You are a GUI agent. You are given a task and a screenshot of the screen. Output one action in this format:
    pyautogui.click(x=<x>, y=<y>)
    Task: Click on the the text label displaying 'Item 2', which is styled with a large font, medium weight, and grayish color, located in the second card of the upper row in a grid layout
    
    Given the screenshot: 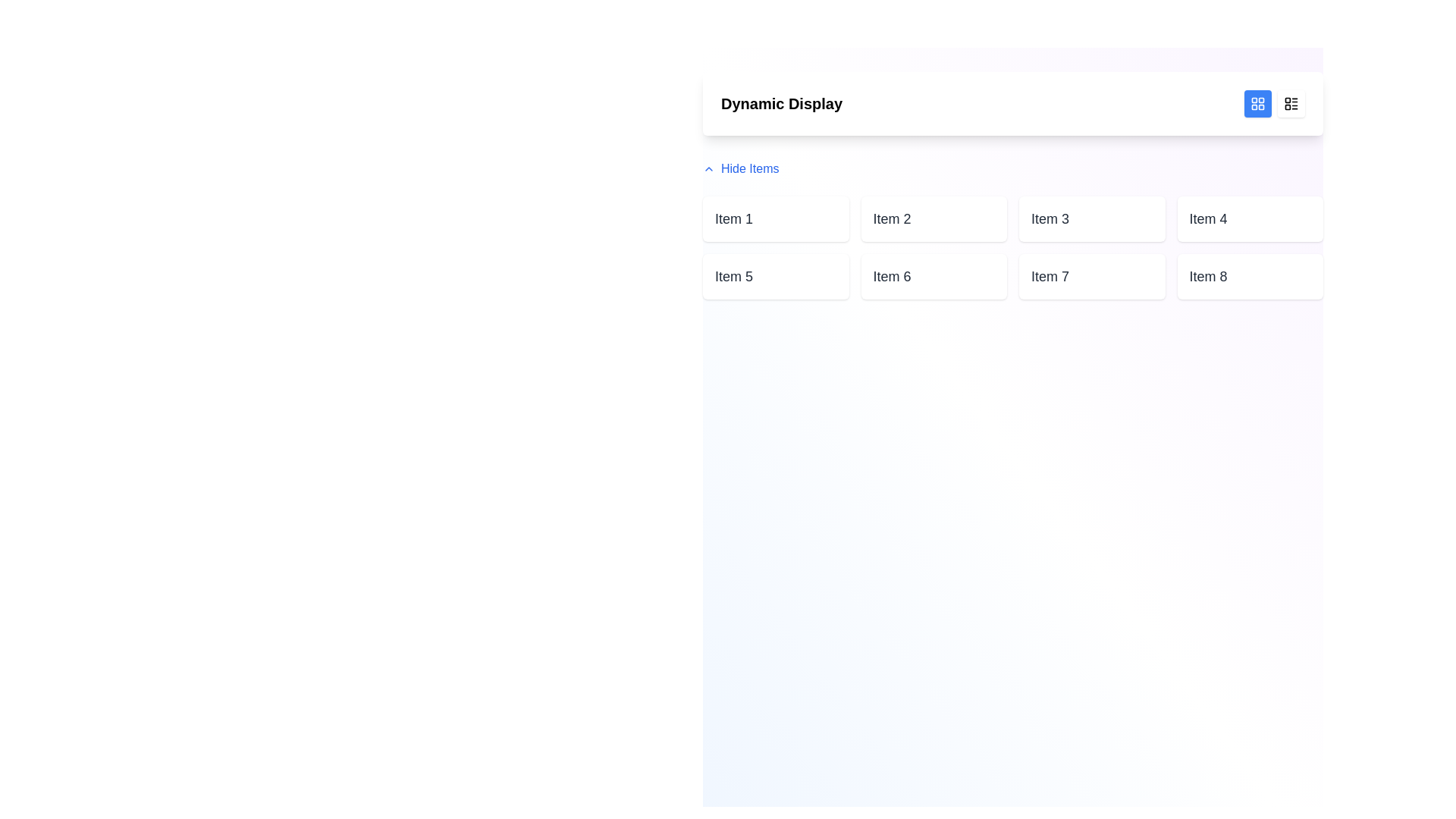 What is the action you would take?
    pyautogui.click(x=892, y=219)
    